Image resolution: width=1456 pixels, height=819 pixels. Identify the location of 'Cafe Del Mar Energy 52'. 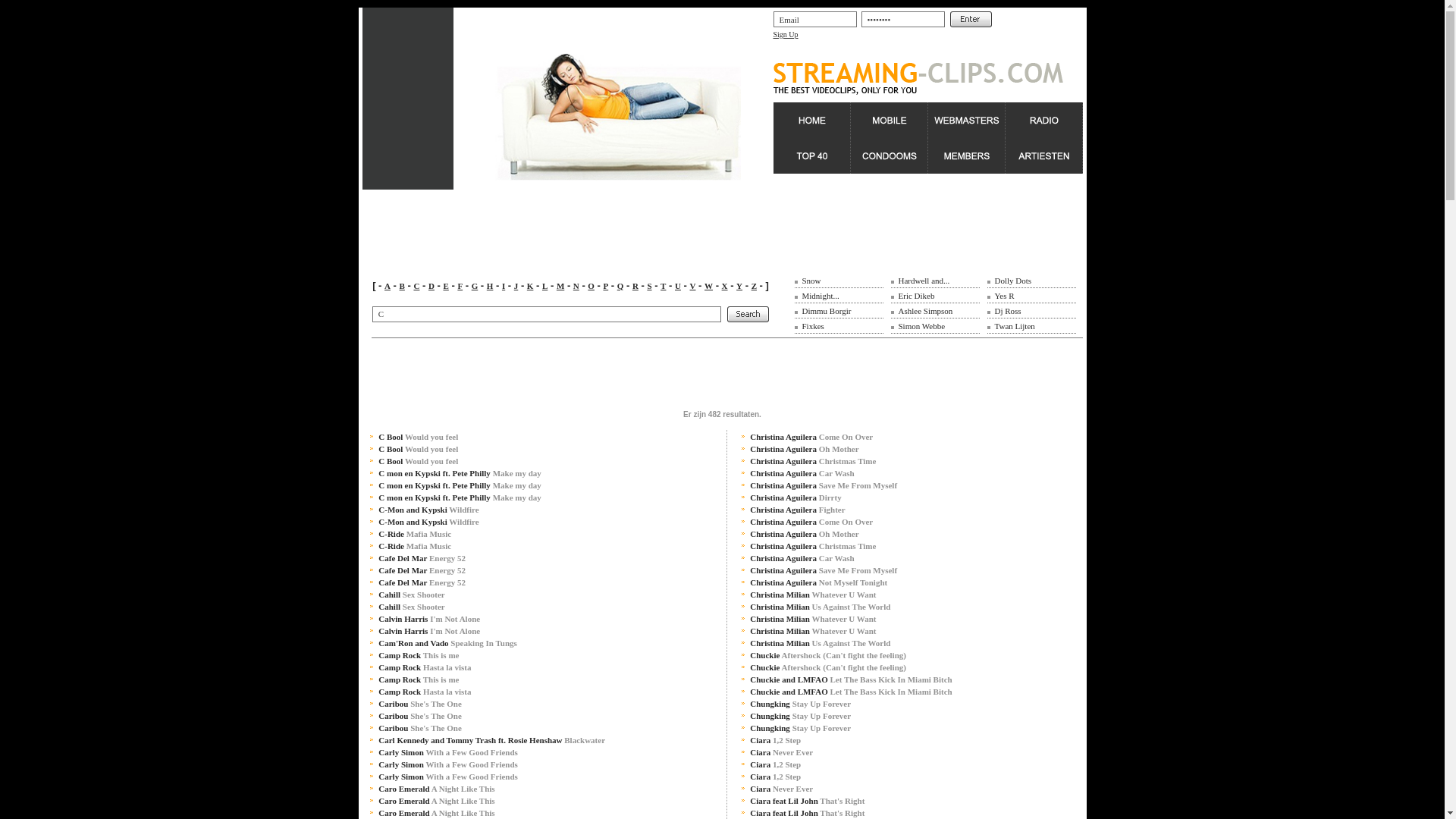
(422, 570).